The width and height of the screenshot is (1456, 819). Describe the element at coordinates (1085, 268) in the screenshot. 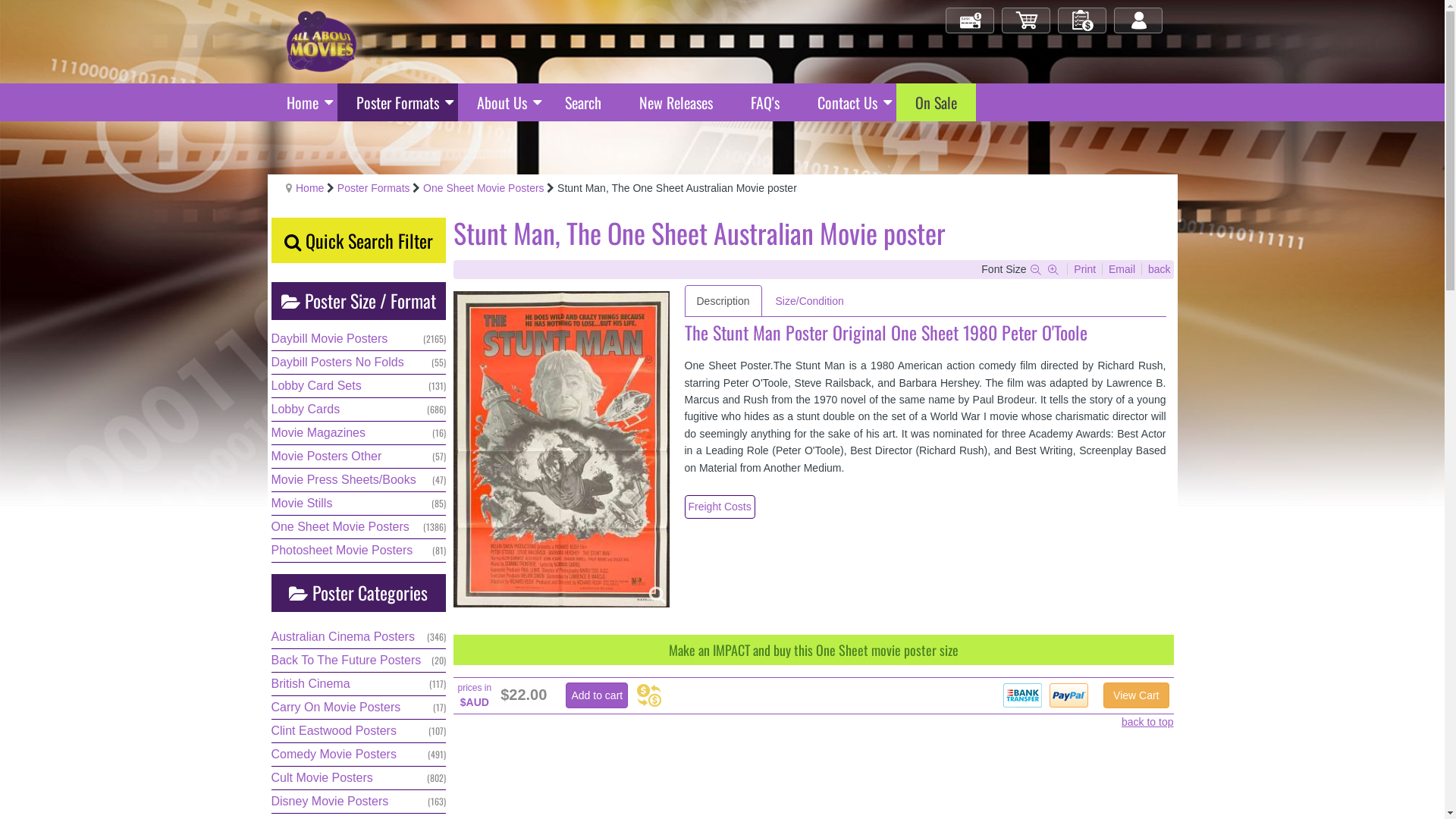

I see `'Print'` at that location.